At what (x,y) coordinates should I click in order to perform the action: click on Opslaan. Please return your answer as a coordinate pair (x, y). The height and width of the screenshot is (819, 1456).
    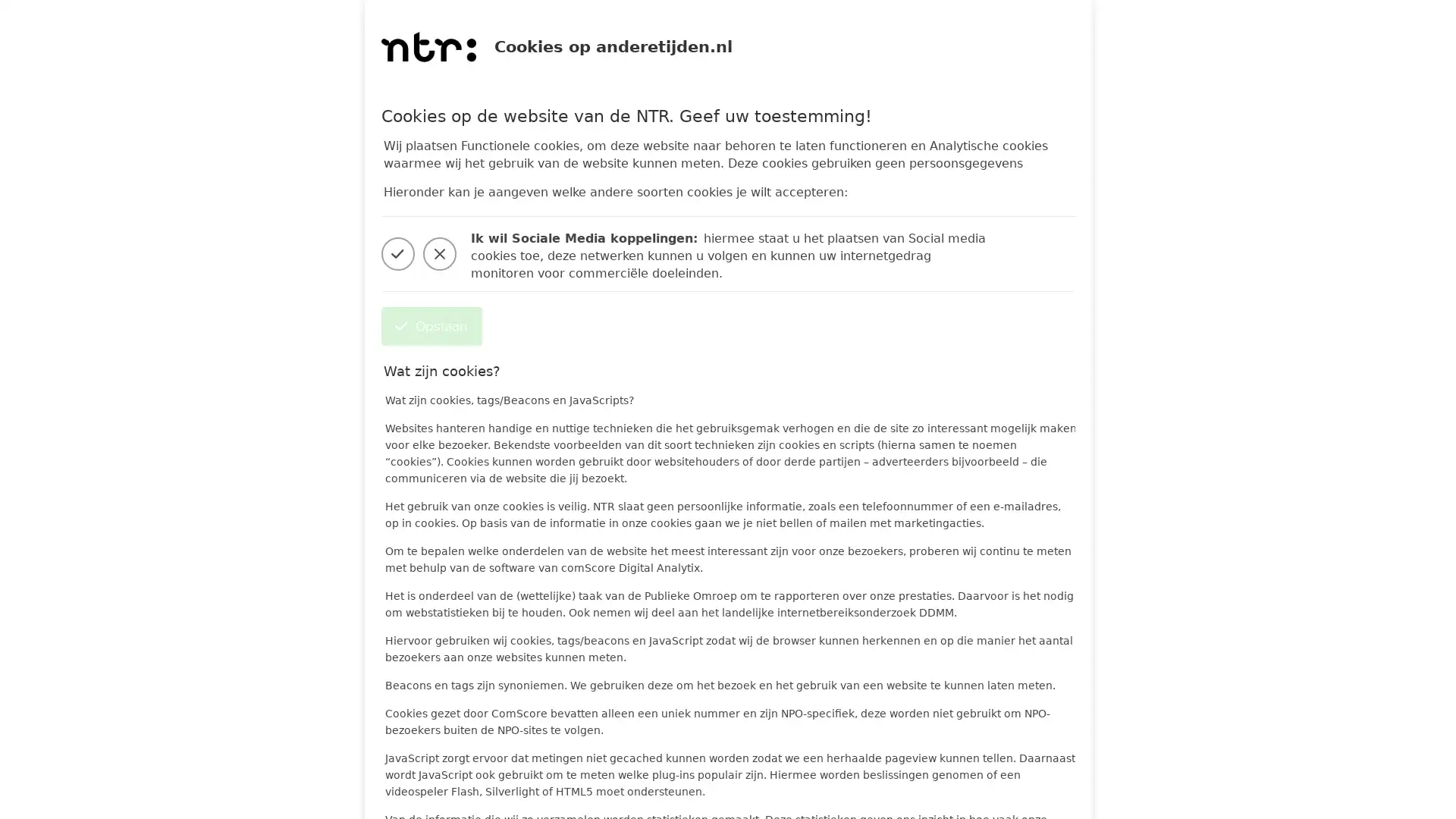
    Looking at the image, I should click on (430, 325).